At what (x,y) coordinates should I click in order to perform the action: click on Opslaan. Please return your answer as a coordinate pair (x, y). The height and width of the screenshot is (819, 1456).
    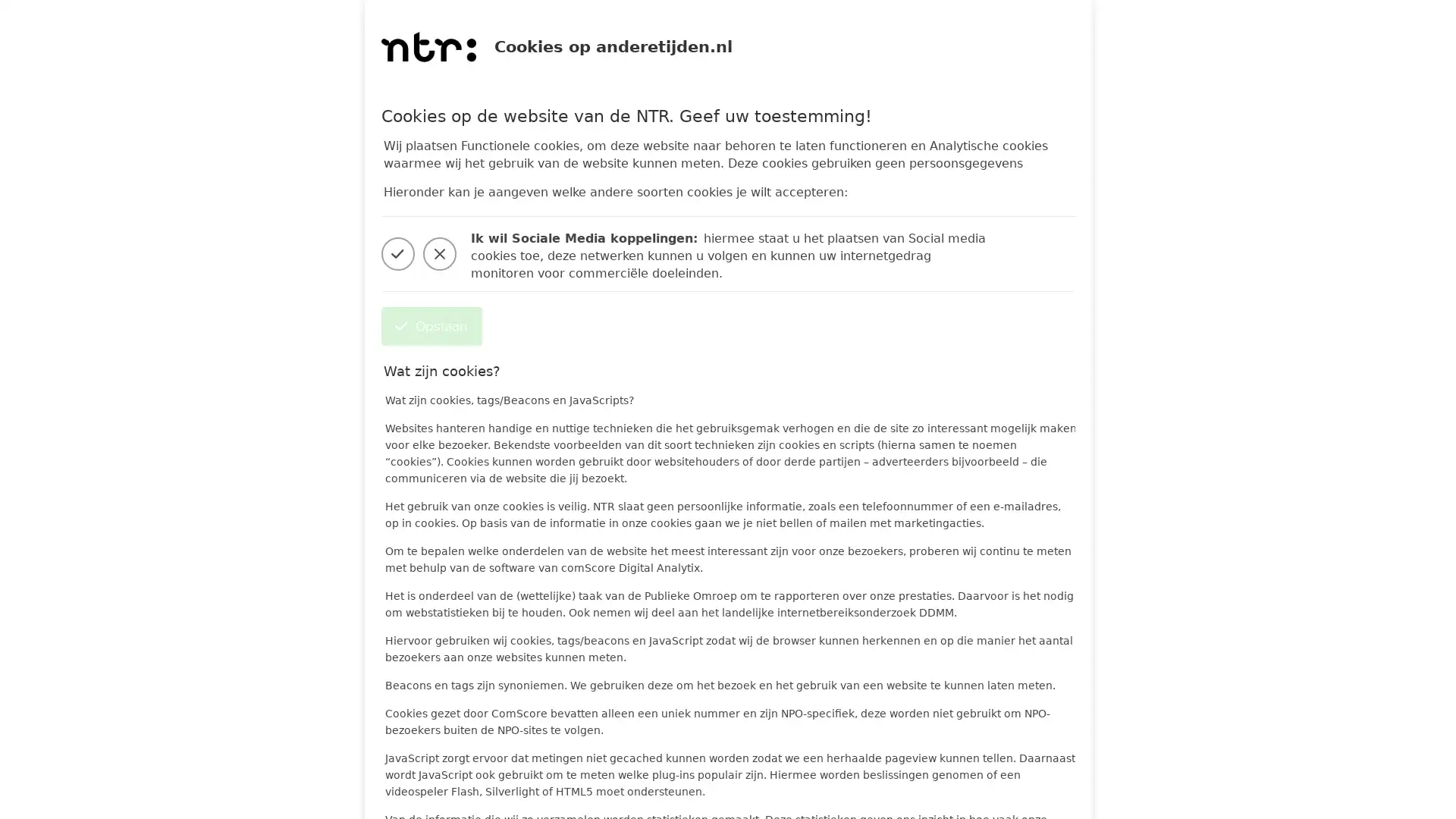
    Looking at the image, I should click on (430, 325).